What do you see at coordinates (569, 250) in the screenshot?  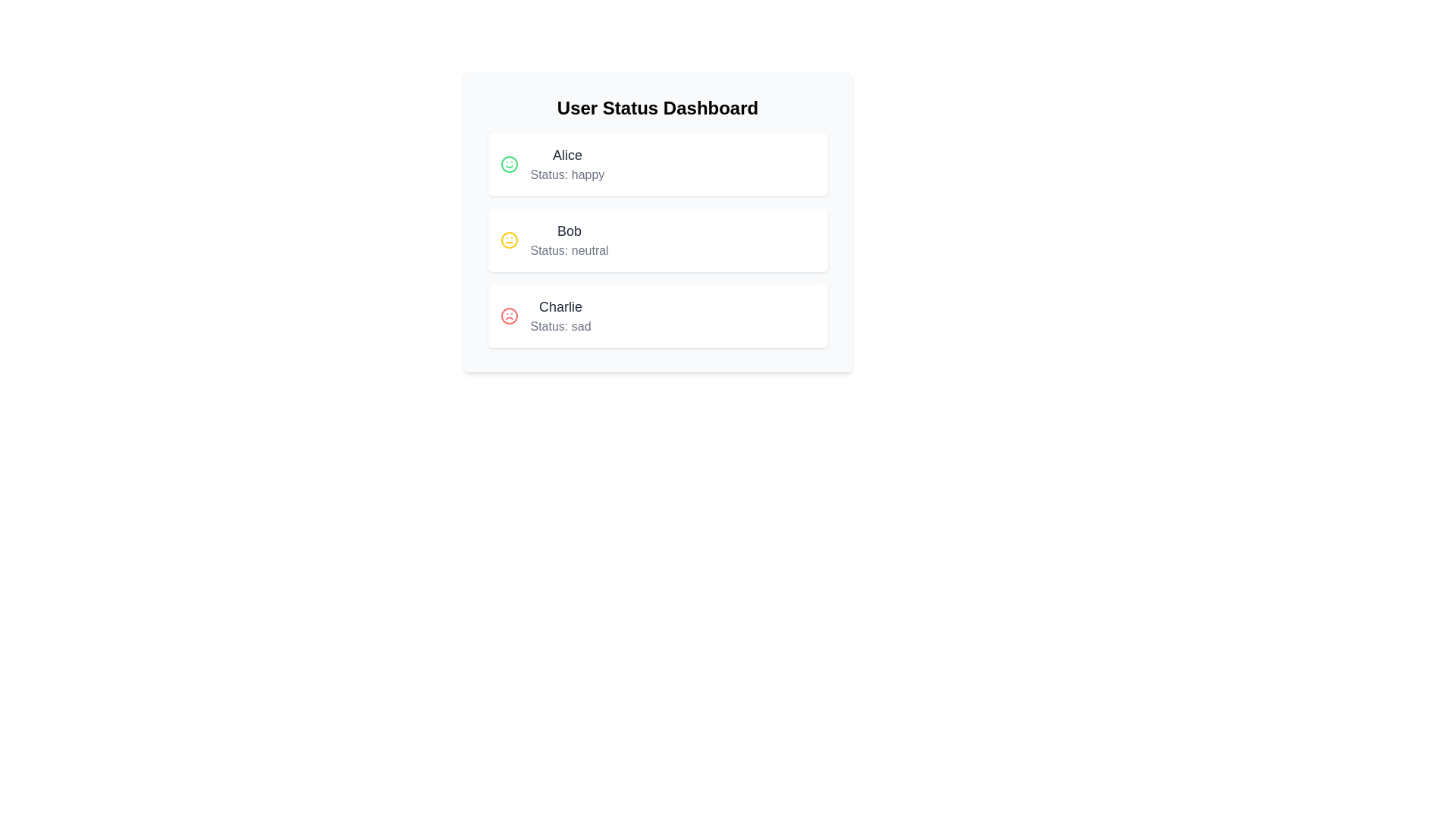 I see `the text label displaying 'Status: neutral' which is located below the name 'Bob' in the second card from the top` at bounding box center [569, 250].